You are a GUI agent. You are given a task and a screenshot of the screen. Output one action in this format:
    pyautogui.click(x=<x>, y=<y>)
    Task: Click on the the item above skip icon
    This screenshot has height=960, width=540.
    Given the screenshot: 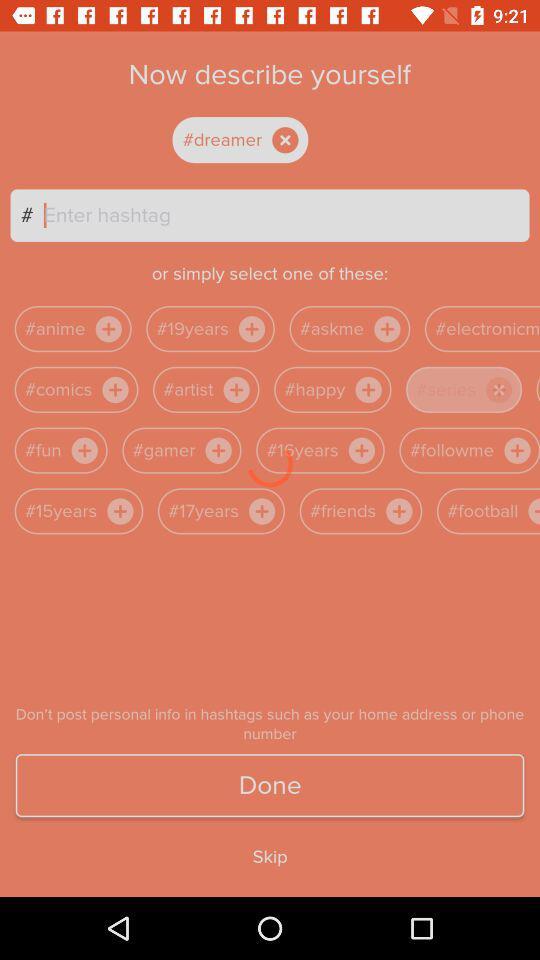 What is the action you would take?
    pyautogui.click(x=270, y=785)
    